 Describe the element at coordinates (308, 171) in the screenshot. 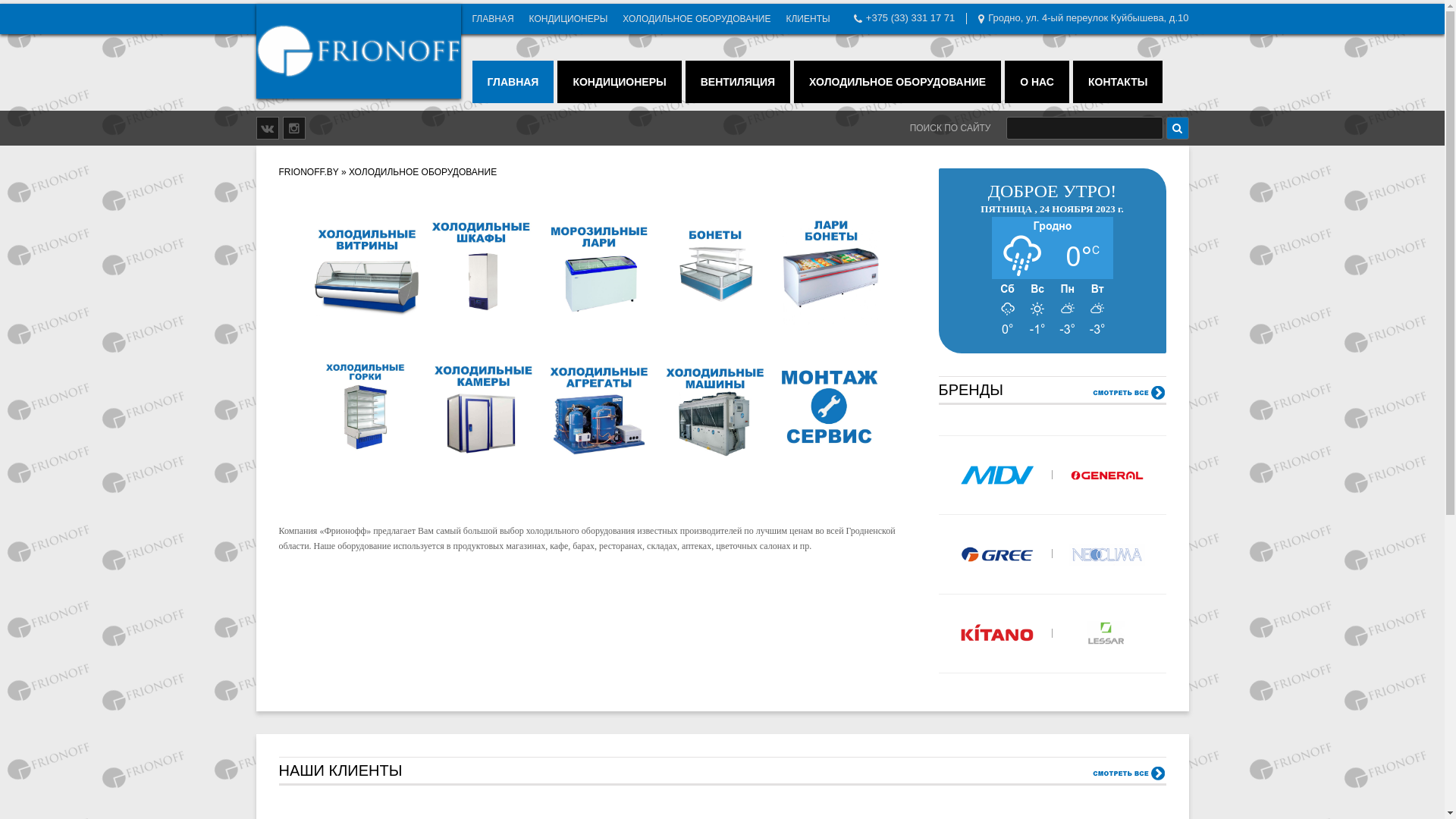

I see `'FRIONOFF.BY'` at that location.